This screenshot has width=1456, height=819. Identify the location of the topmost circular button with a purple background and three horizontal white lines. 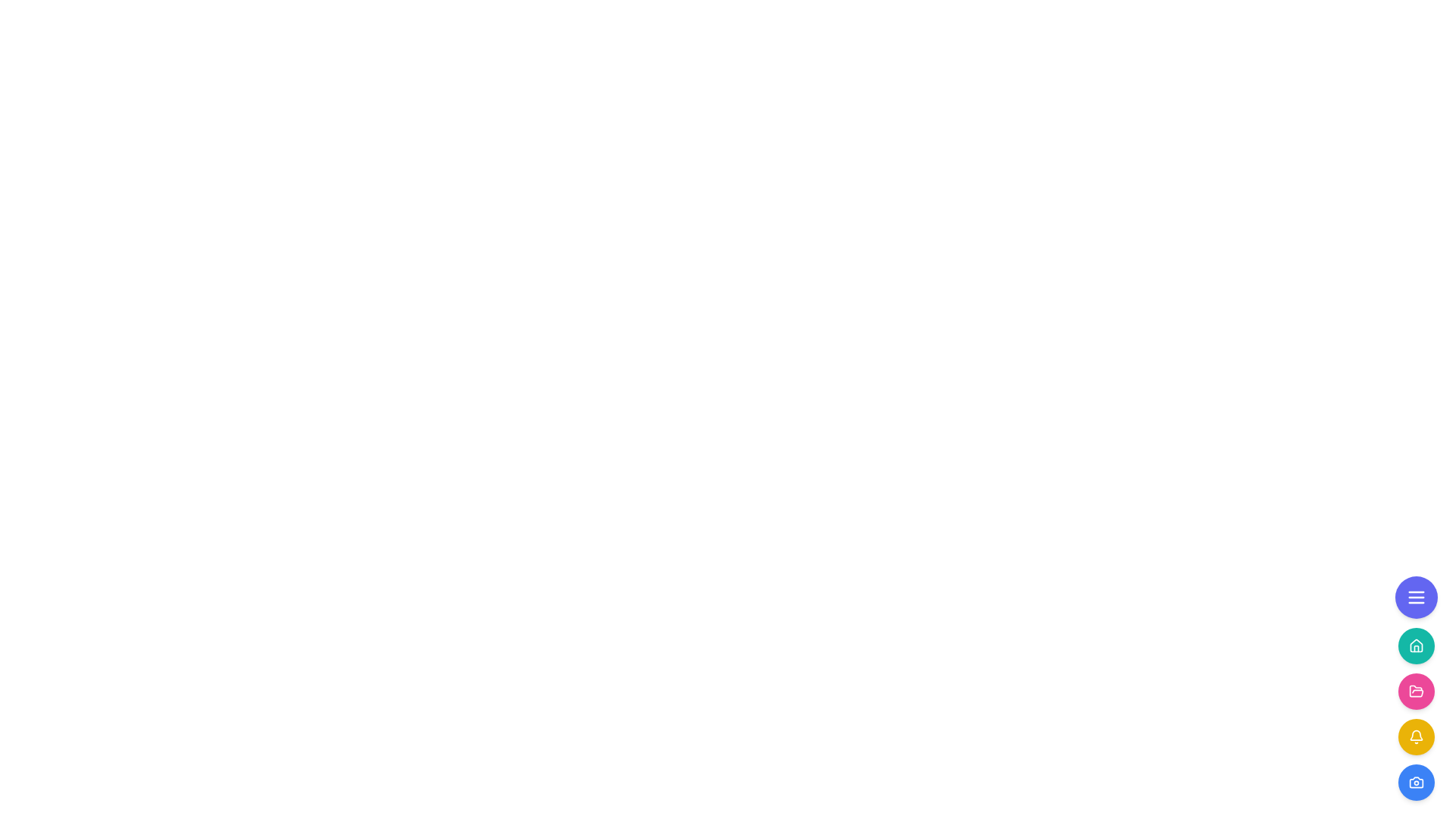
(1415, 596).